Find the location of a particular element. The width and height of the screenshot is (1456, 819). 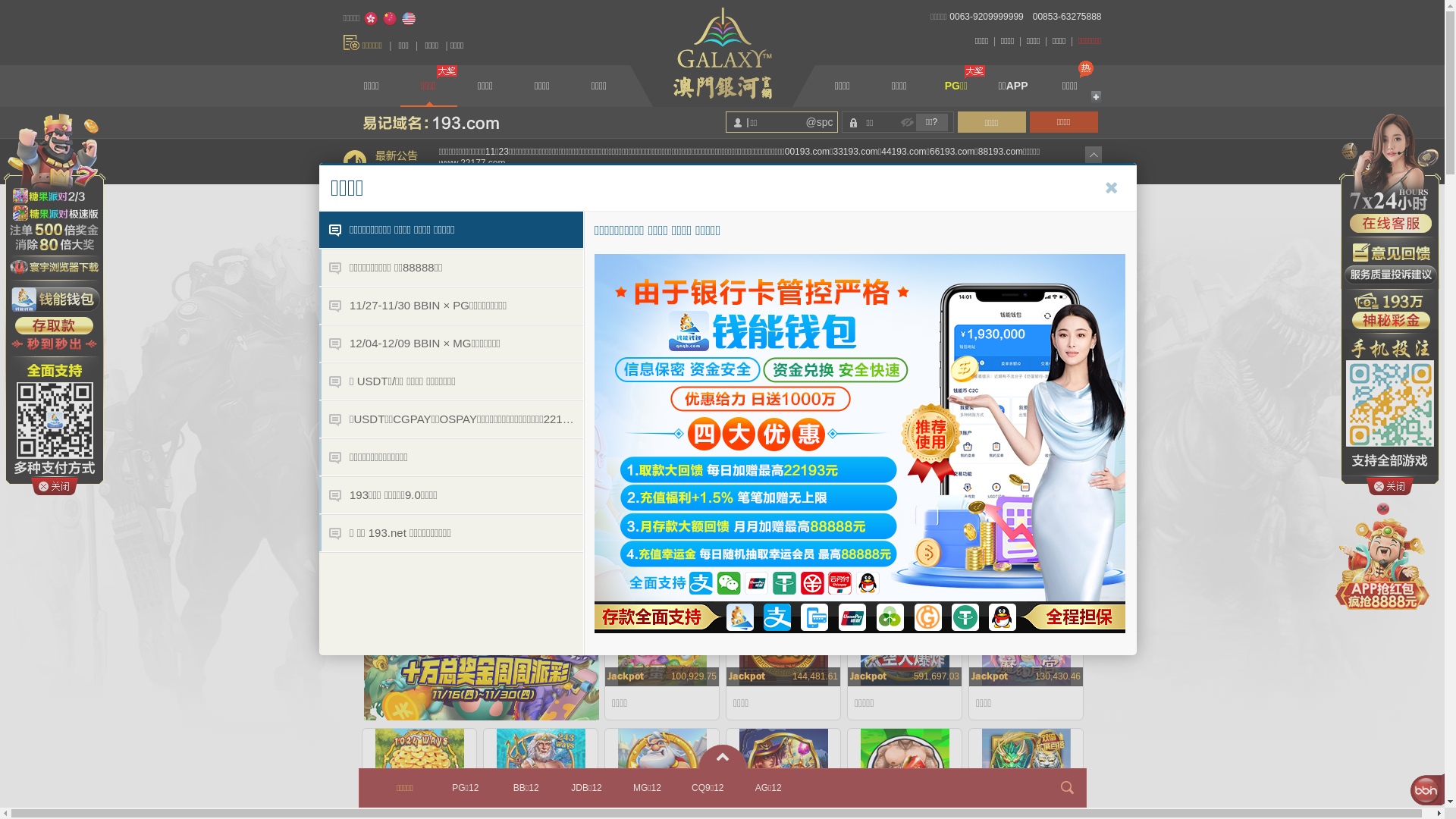

'English' is located at coordinates (408, 18).